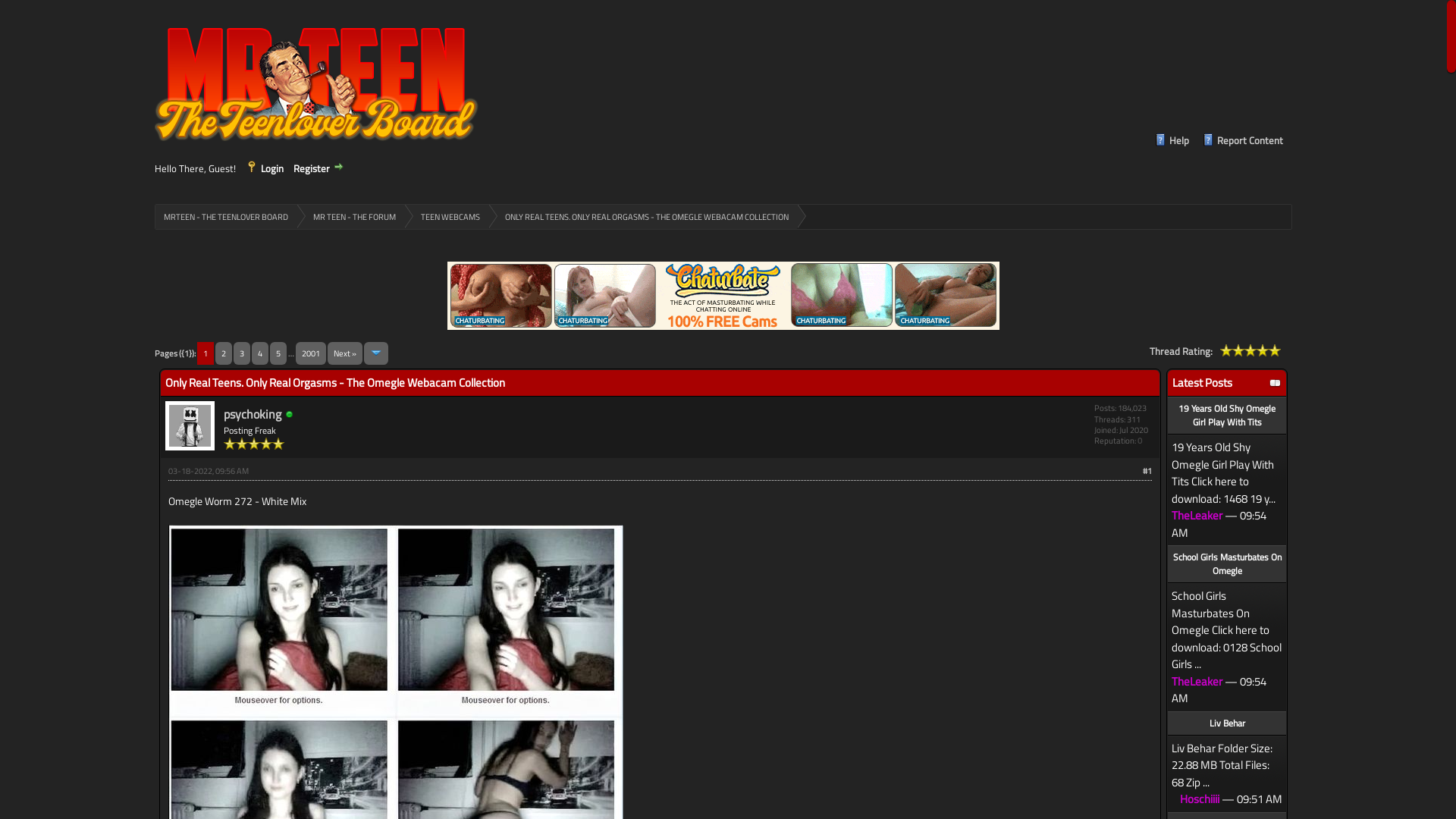 The image size is (1456, 819). I want to click on '#1', so click(1147, 470).